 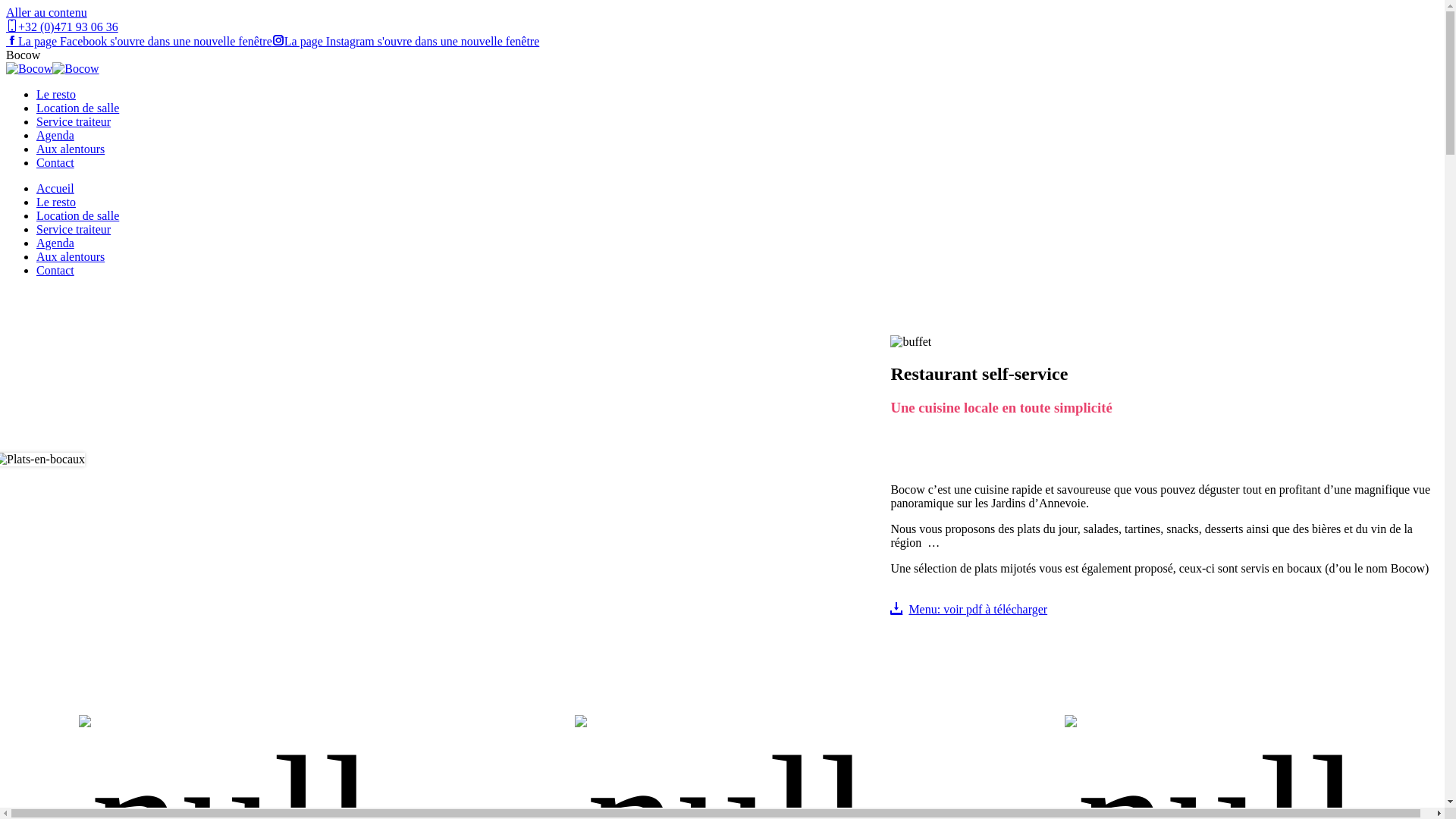 What do you see at coordinates (77, 215) in the screenshot?
I see `'Location de salle'` at bounding box center [77, 215].